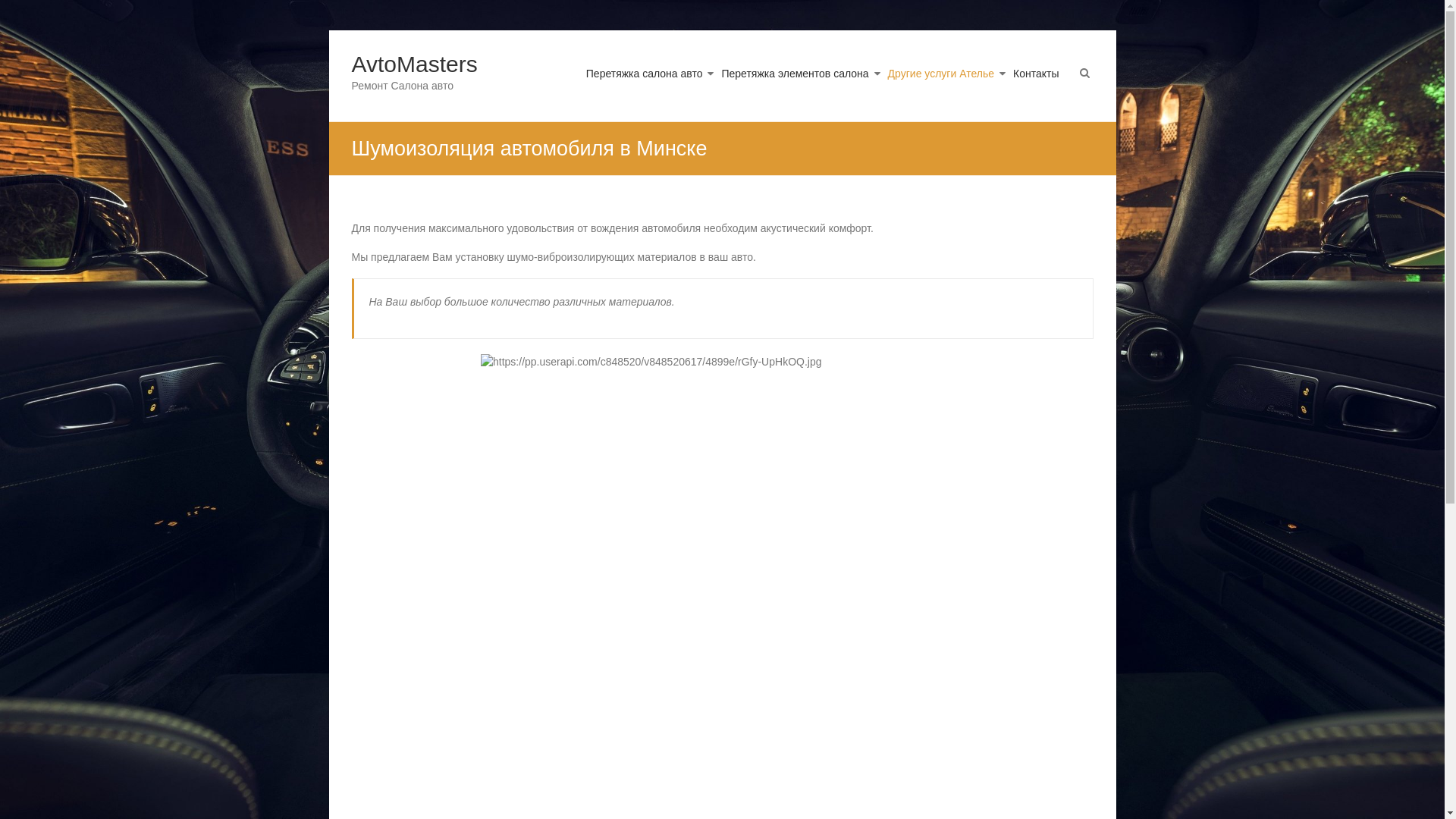 This screenshot has height=819, width=1456. What do you see at coordinates (351, 63) in the screenshot?
I see `'AvtoMasters'` at bounding box center [351, 63].